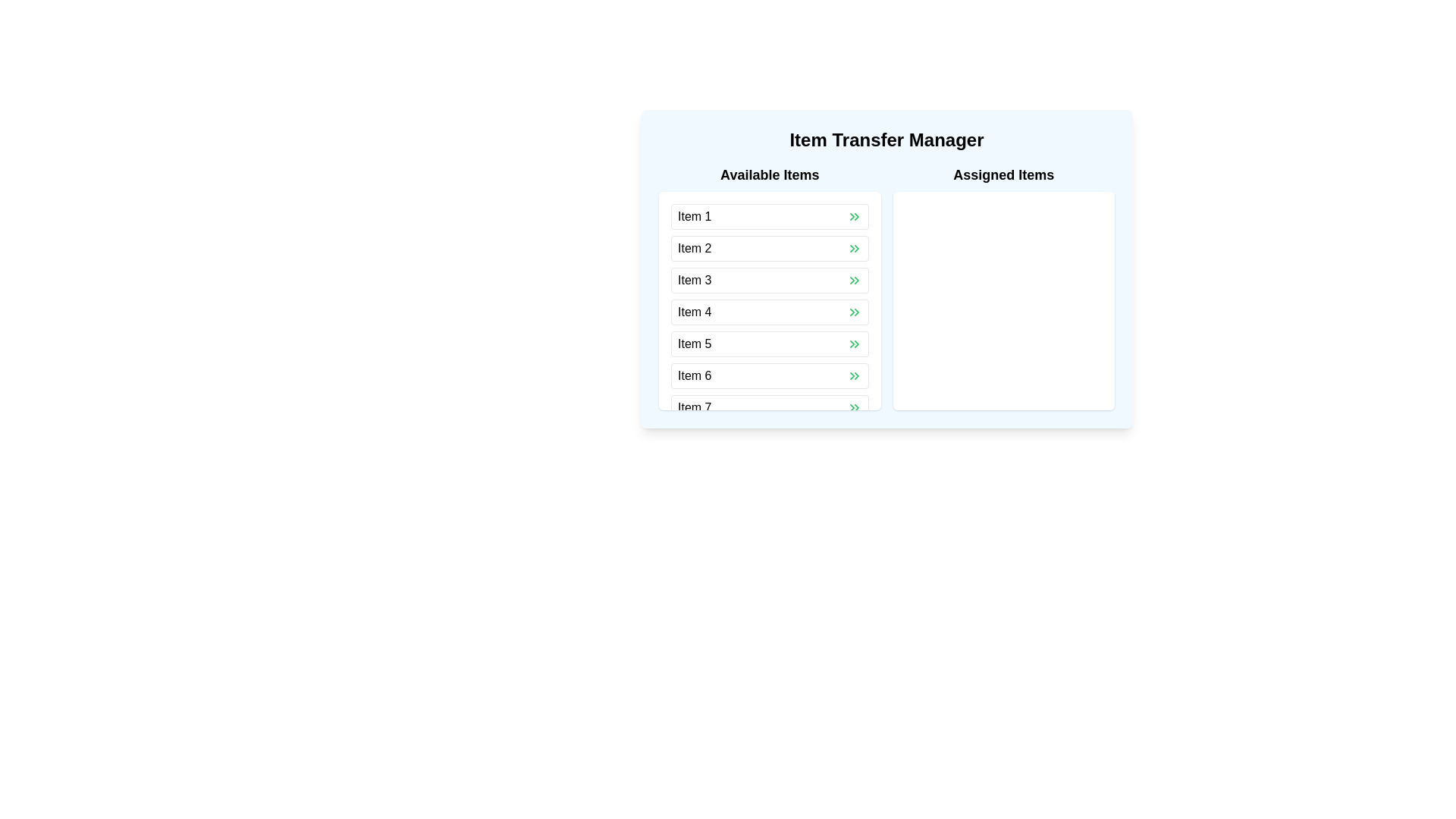 The width and height of the screenshot is (1456, 819). What do you see at coordinates (694, 247) in the screenshot?
I see `the second item Text label in the 'Available Items' column of the 'Item Transfer Manager' interface, which serves as a non-interactive display label` at bounding box center [694, 247].